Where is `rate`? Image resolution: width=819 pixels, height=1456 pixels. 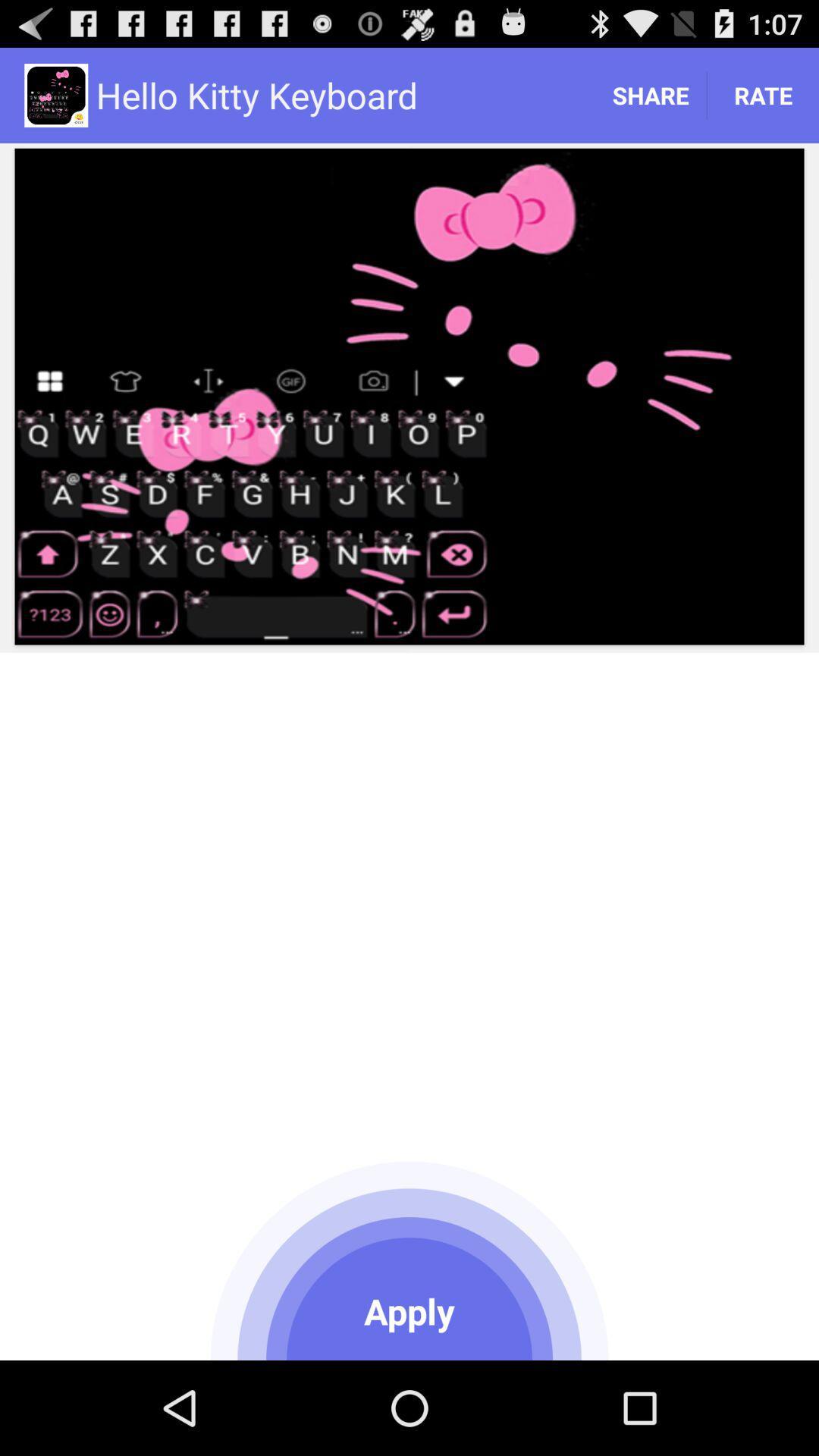 rate is located at coordinates (763, 94).